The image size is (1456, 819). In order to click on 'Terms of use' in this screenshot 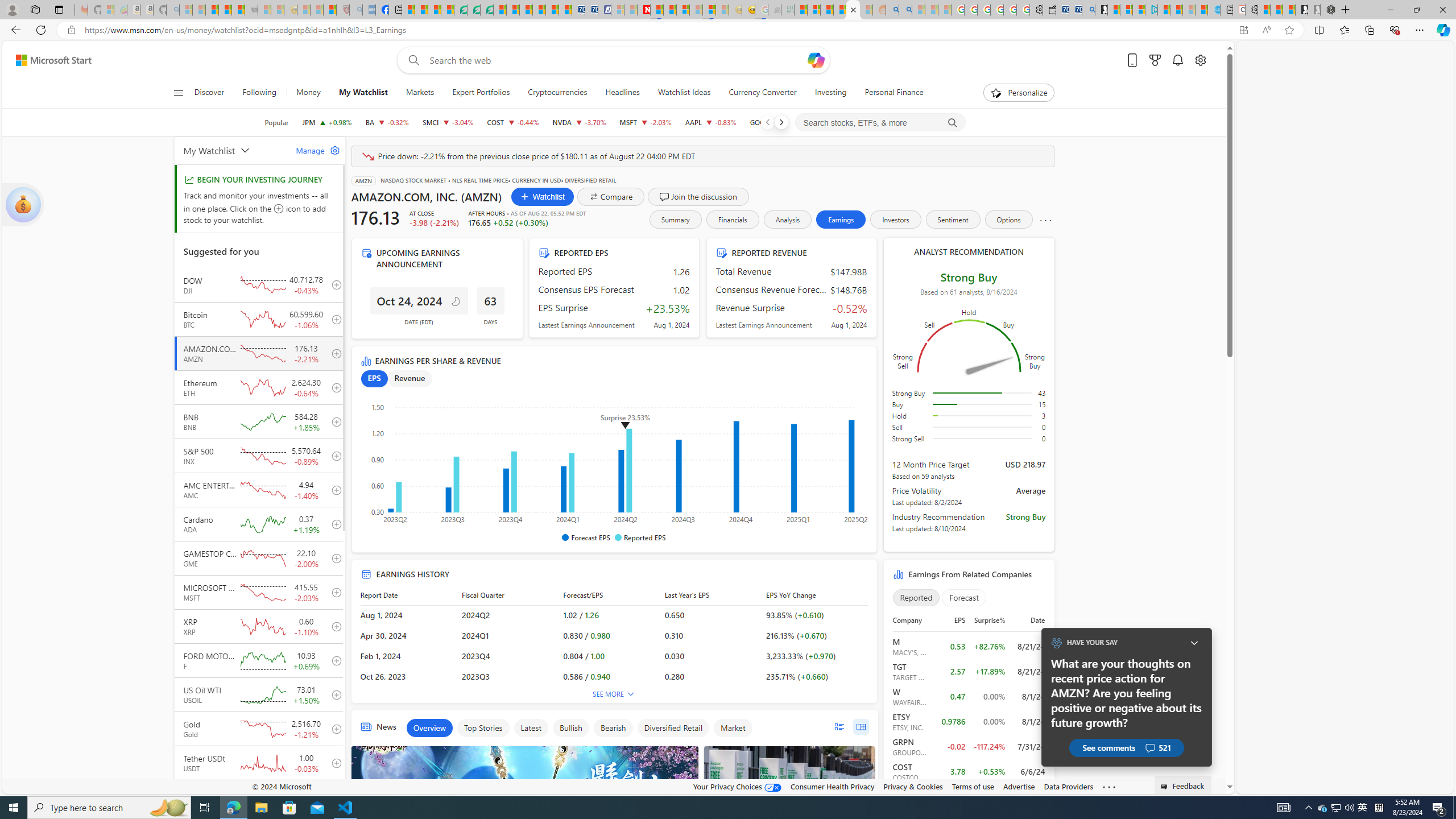, I will do `click(973, 786)`.